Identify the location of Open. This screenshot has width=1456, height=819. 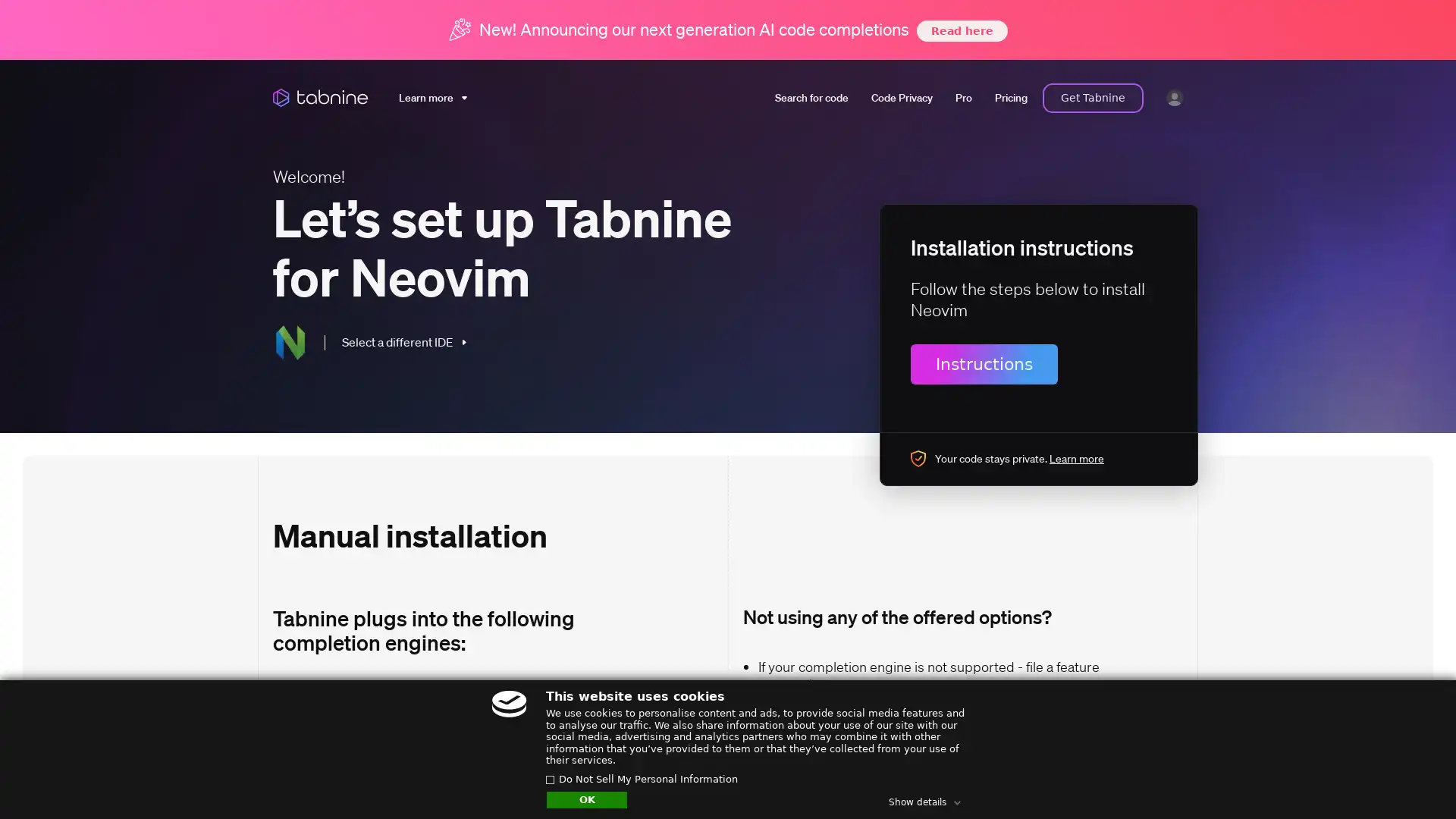
(1410, 778).